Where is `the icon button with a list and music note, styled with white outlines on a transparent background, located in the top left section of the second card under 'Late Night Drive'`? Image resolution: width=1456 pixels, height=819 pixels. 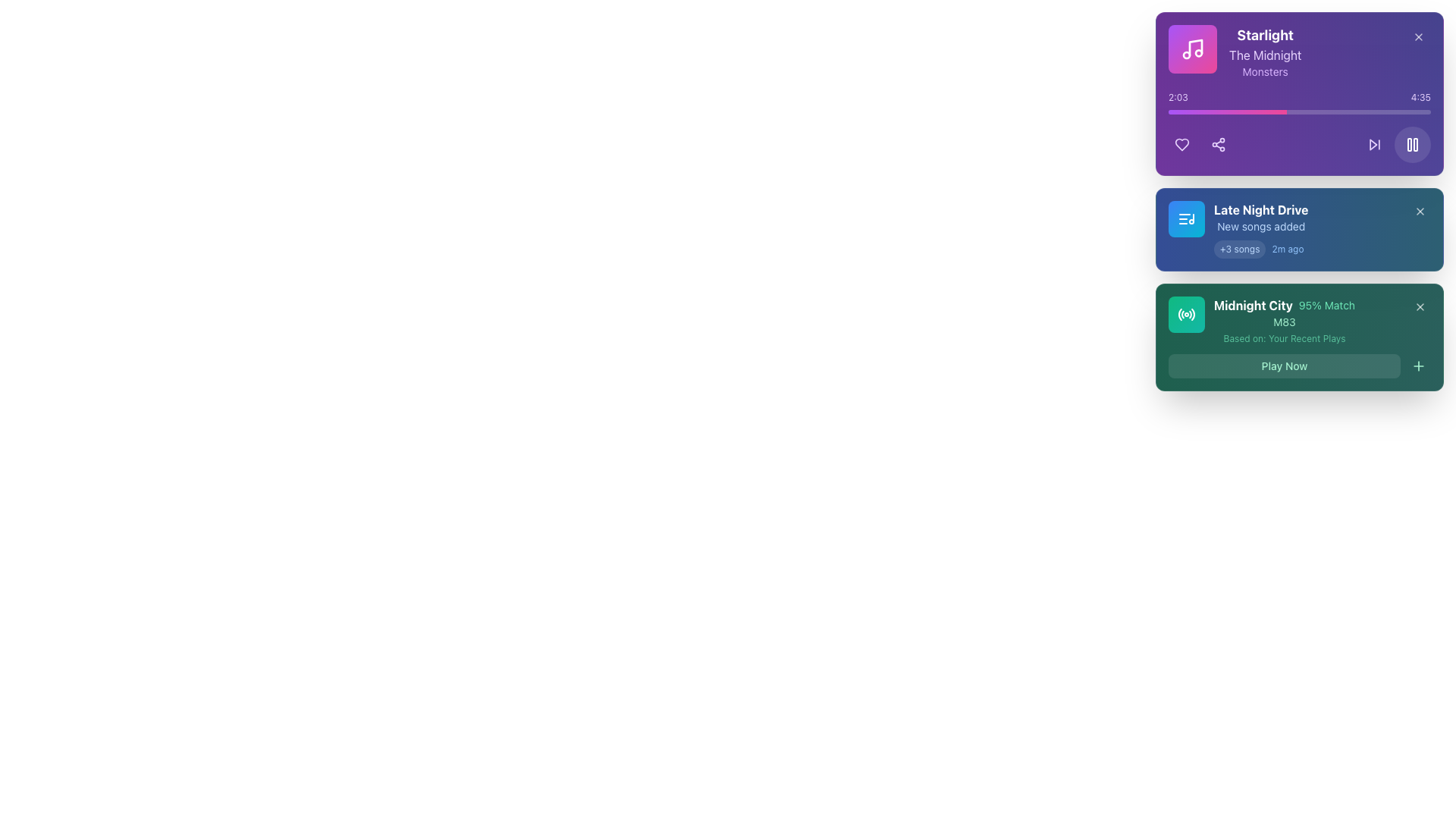
the icon button with a list and music note, styled with white outlines on a transparent background, located in the top left section of the second card under 'Late Night Drive' is located at coordinates (1185, 219).